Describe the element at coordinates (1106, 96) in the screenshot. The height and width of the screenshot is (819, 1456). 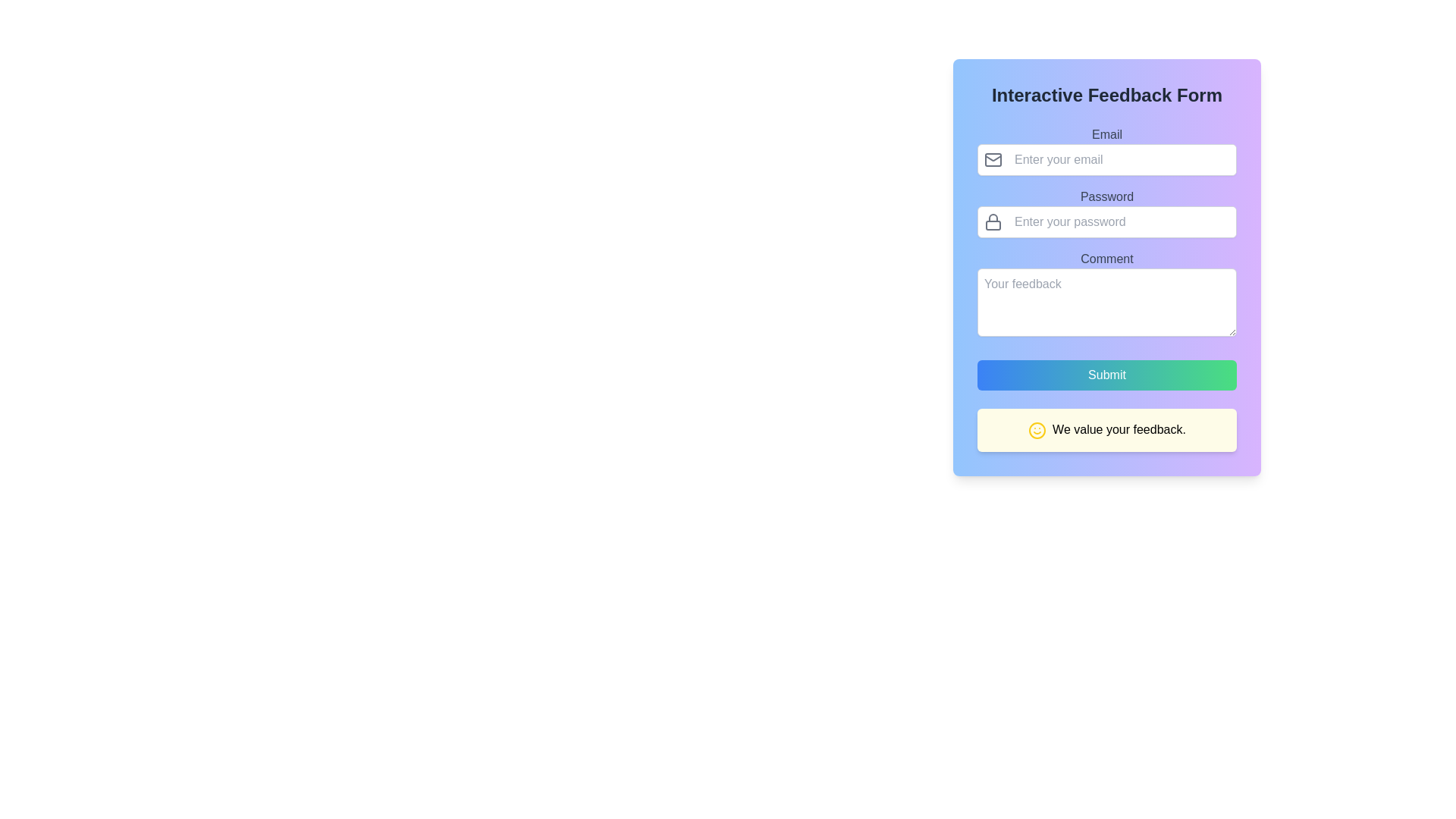
I see `the heading text element at the top of the feedback form, which serves as the title and provides context for the form` at that location.